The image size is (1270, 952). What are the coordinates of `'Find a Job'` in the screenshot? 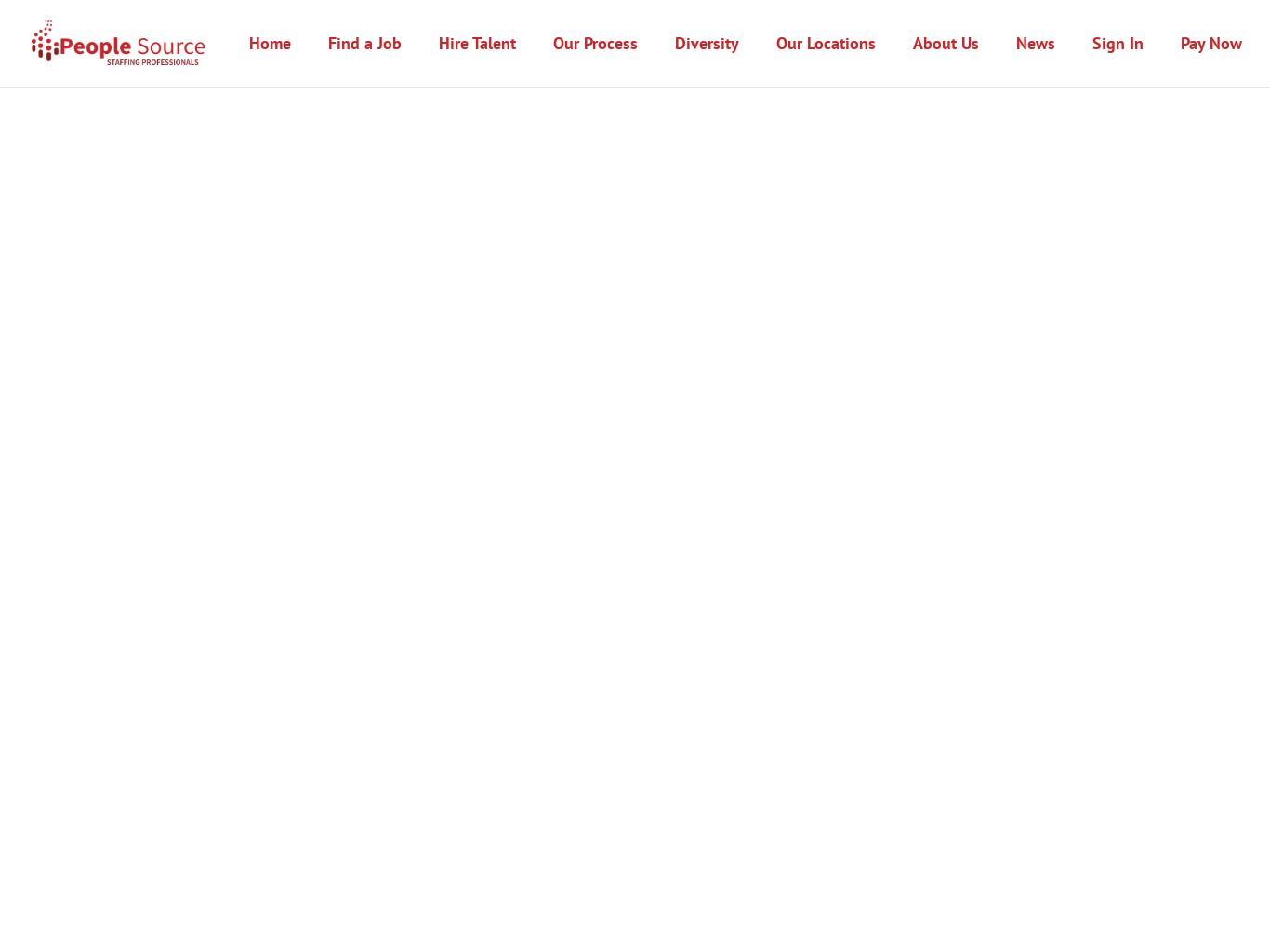 It's located at (326, 42).